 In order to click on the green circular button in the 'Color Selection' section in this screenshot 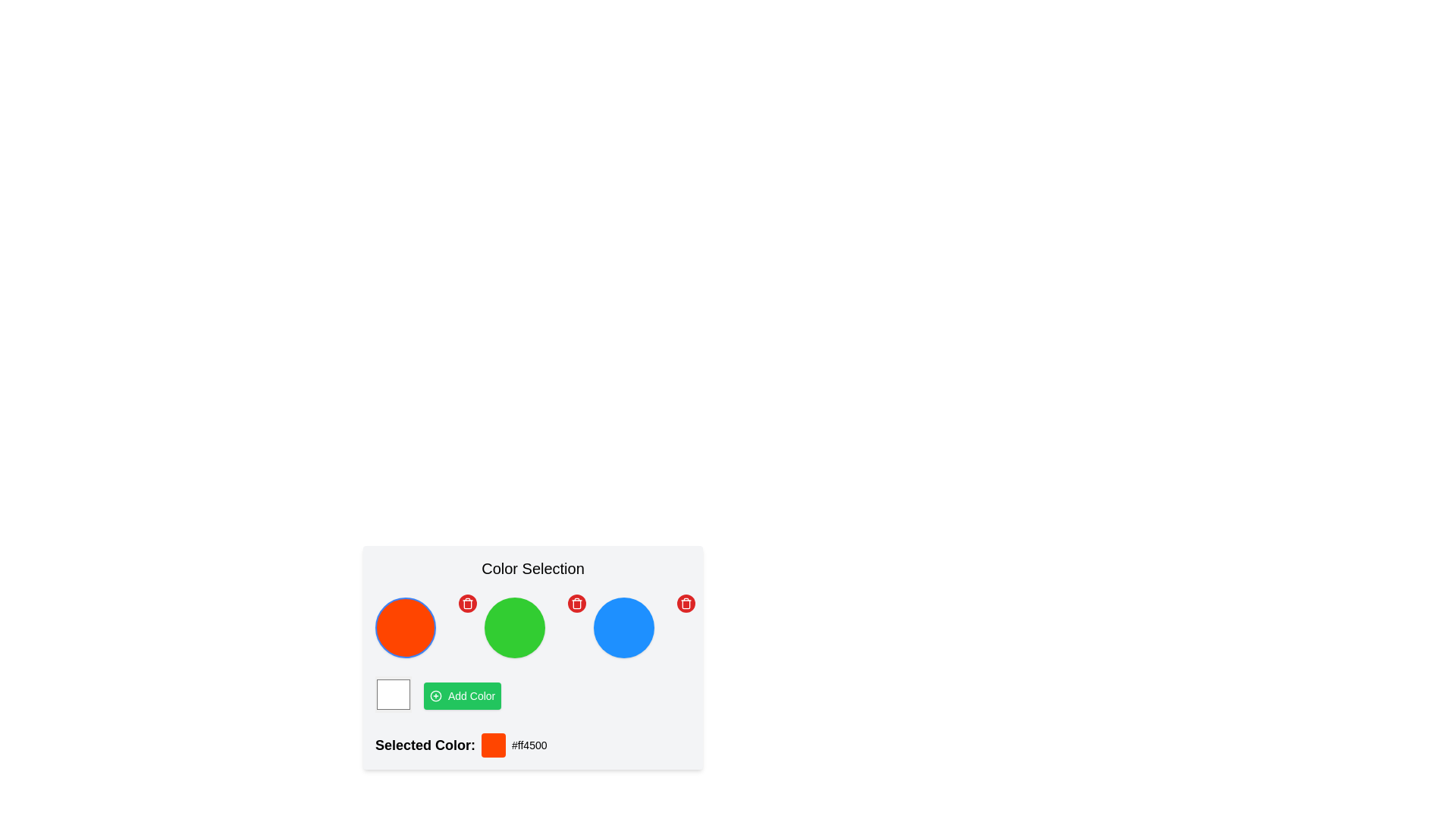, I will do `click(532, 628)`.